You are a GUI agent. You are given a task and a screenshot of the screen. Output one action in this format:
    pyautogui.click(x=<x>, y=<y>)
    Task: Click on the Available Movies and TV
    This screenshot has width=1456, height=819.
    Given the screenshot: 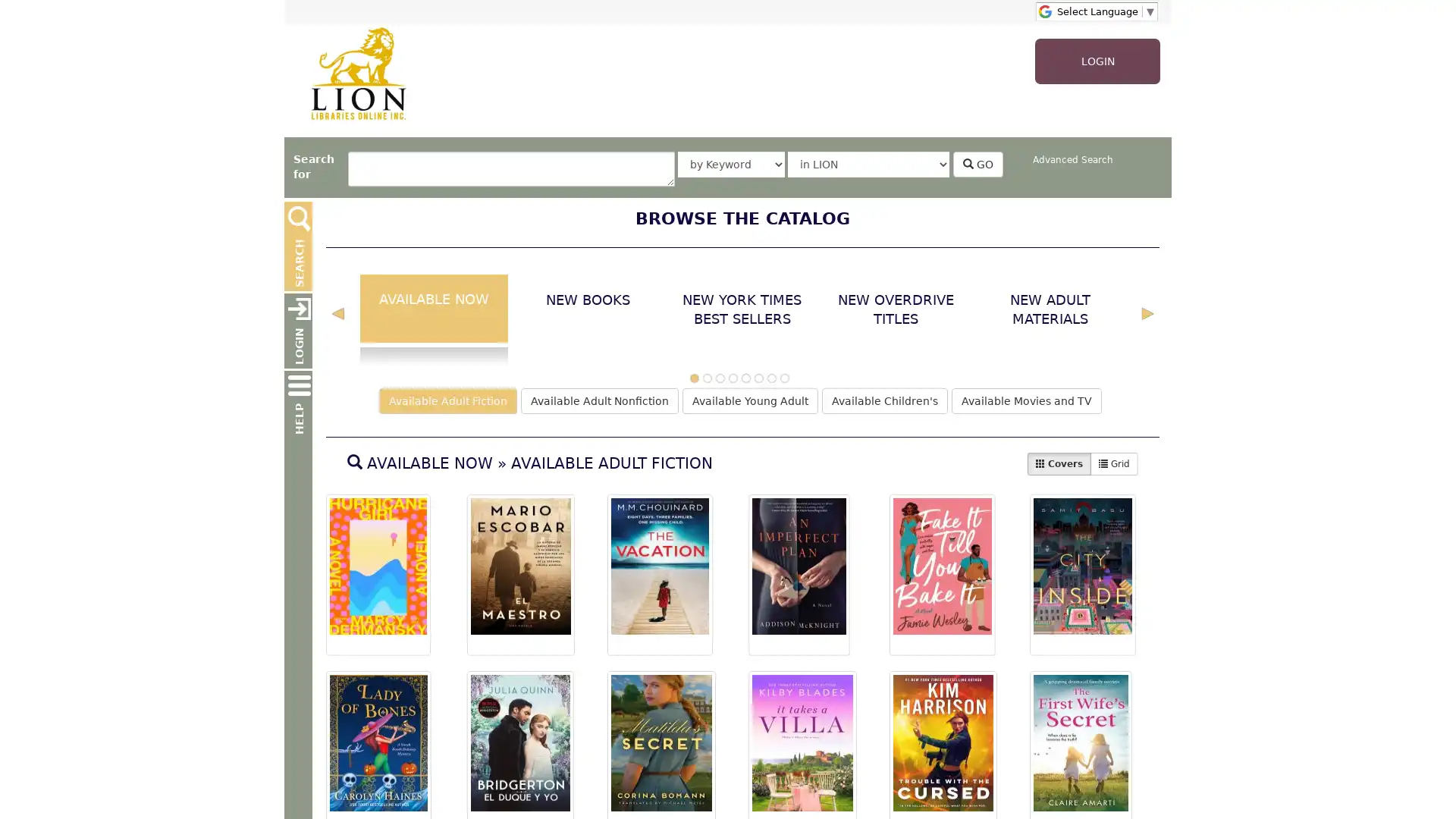 What is the action you would take?
    pyautogui.click(x=1026, y=400)
    